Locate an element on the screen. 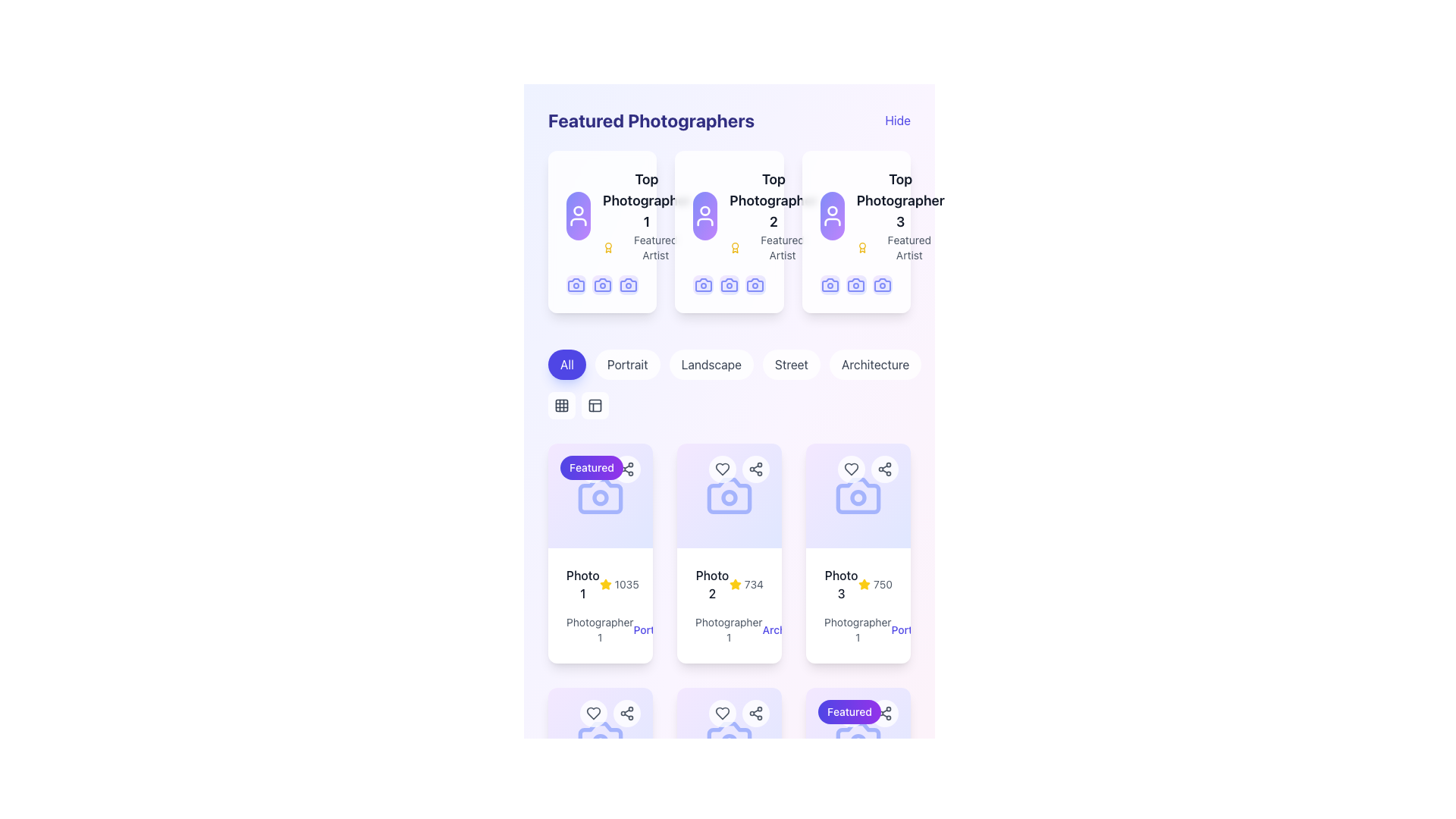 The width and height of the screenshot is (1456, 819). the camera icon located in the second row, second column of the grid, which symbolizes photography-related content is located at coordinates (729, 739).